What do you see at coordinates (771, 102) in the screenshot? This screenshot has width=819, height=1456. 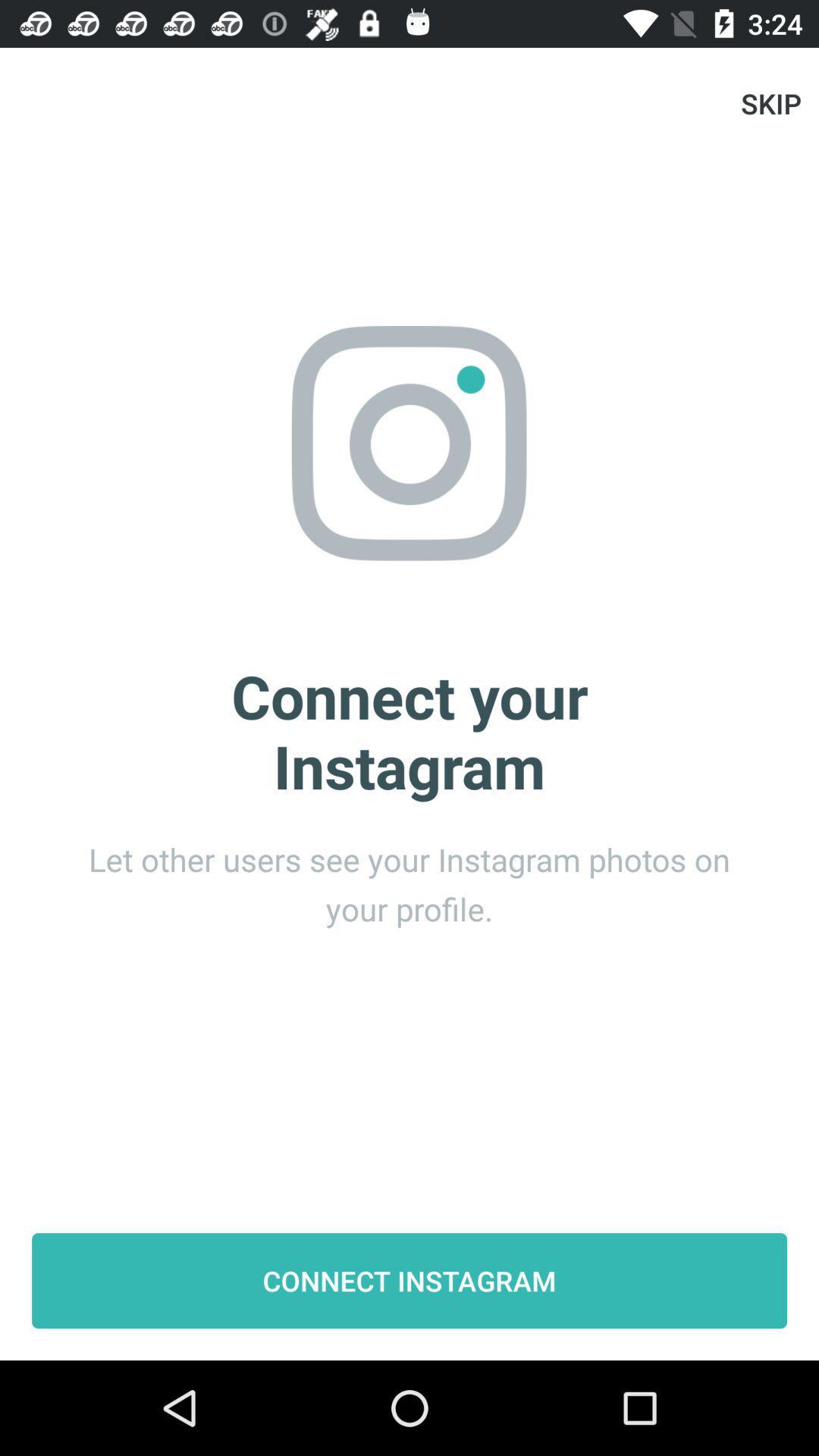 I see `the skip icon` at bounding box center [771, 102].